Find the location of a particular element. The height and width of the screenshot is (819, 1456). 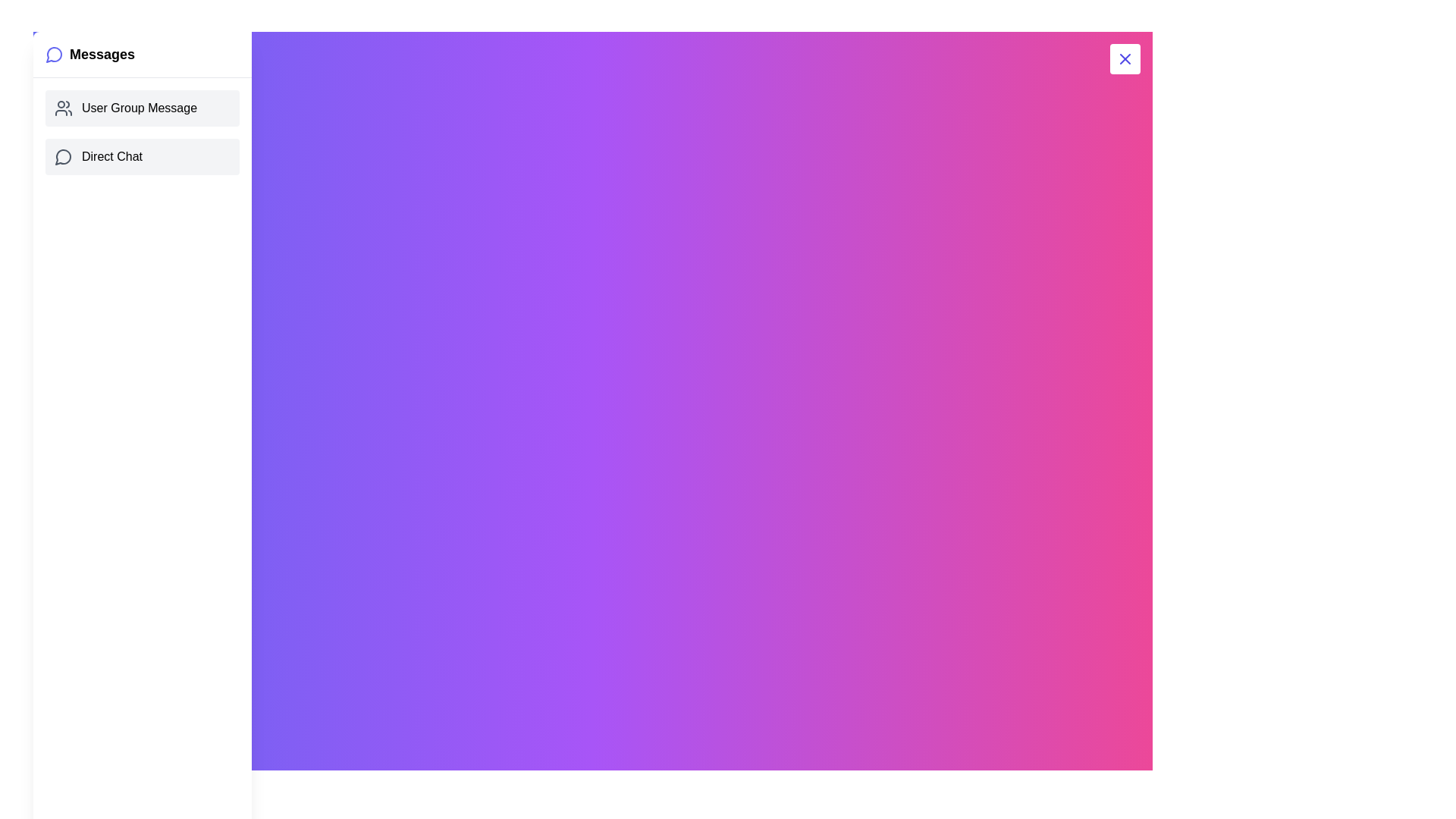

the 'Direct Chat' button located below the 'User Group Message' button in the sidebar is located at coordinates (142, 157).